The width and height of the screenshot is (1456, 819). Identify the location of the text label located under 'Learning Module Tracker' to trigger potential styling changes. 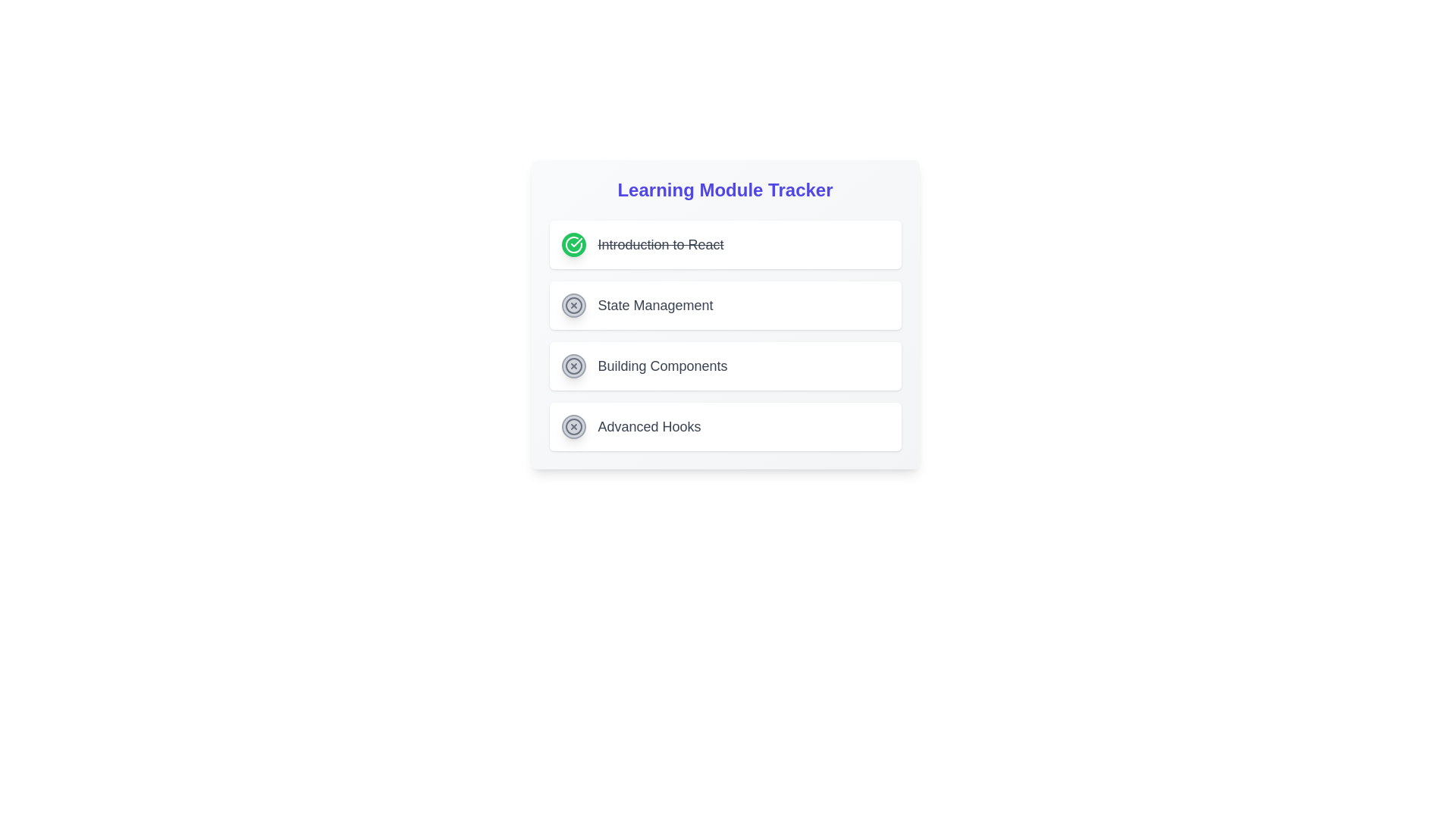
(649, 427).